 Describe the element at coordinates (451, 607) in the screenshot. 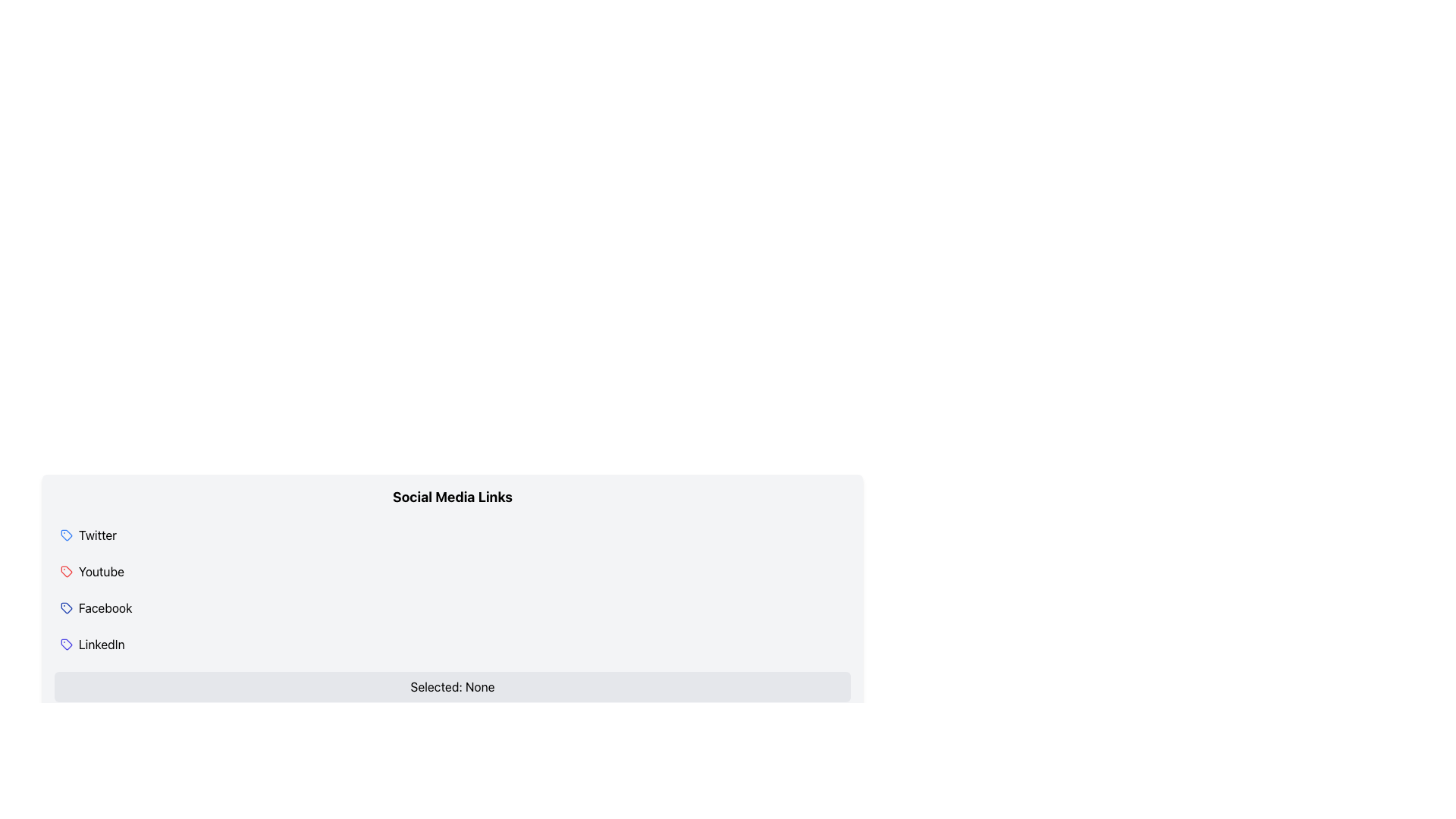

I see `the third item in the vertical list titled 'Social Media Links', which serves as a clickable link for Facebook, to provide visual feedback` at that location.